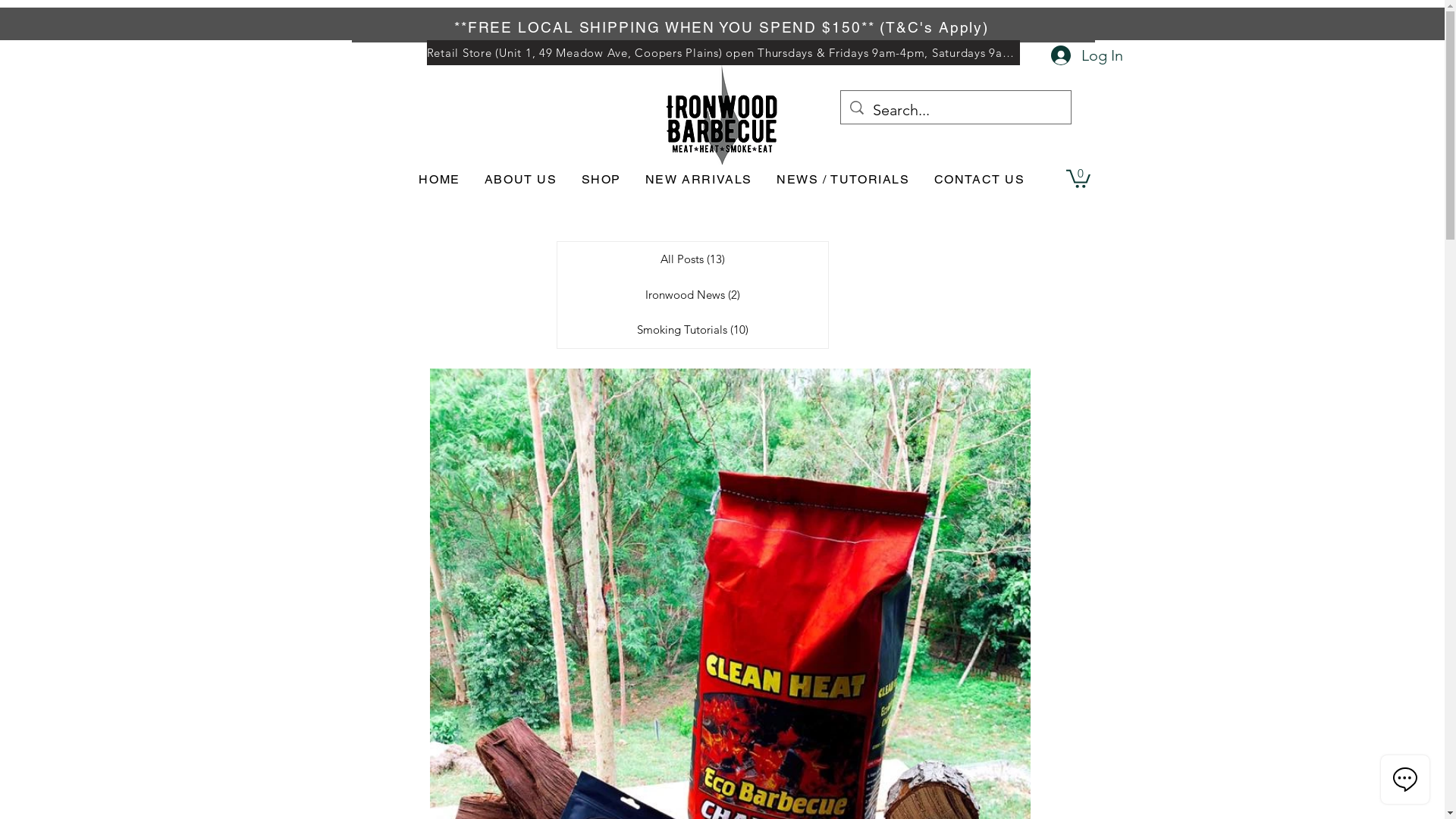 This screenshot has width=1456, height=819. I want to click on 'SHOP', so click(571, 179).